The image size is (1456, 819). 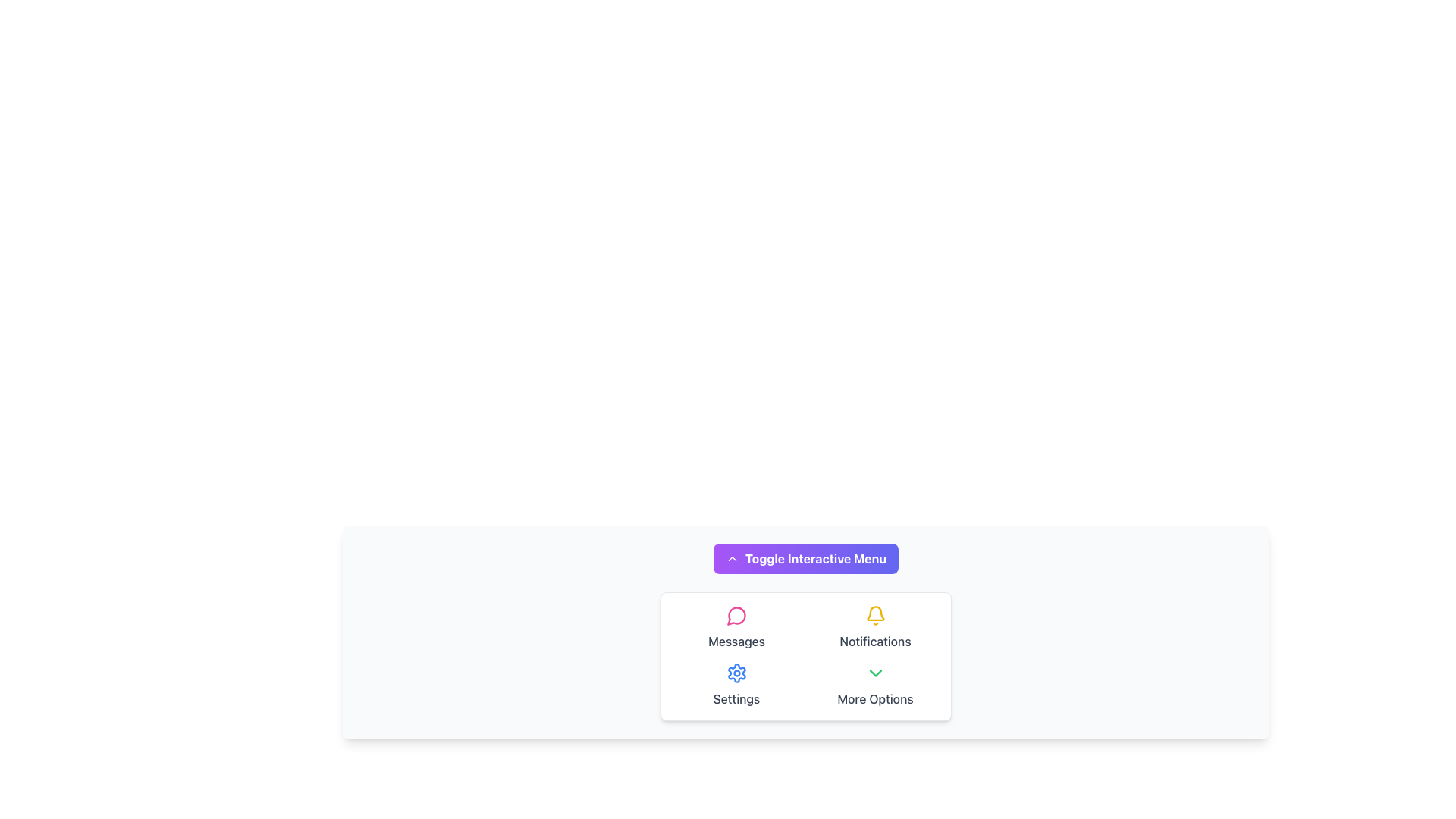 What do you see at coordinates (736, 616) in the screenshot?
I see `the messaging icon fragment within the speech bubble icon located in the bottom-center grid menu` at bounding box center [736, 616].